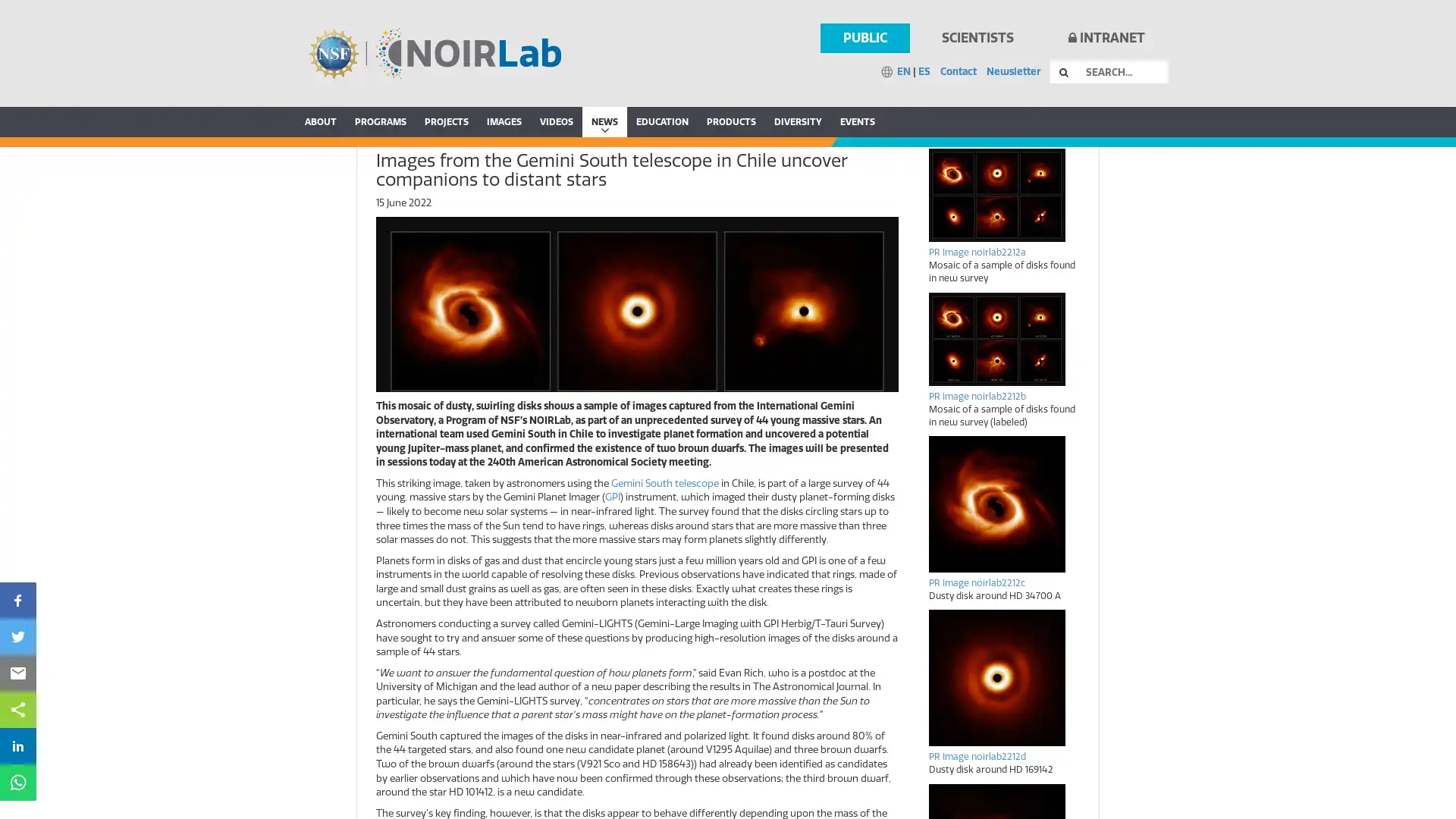 This screenshot has height=819, width=1456. What do you see at coordinates (1106, 37) in the screenshot?
I see `INTRANET` at bounding box center [1106, 37].